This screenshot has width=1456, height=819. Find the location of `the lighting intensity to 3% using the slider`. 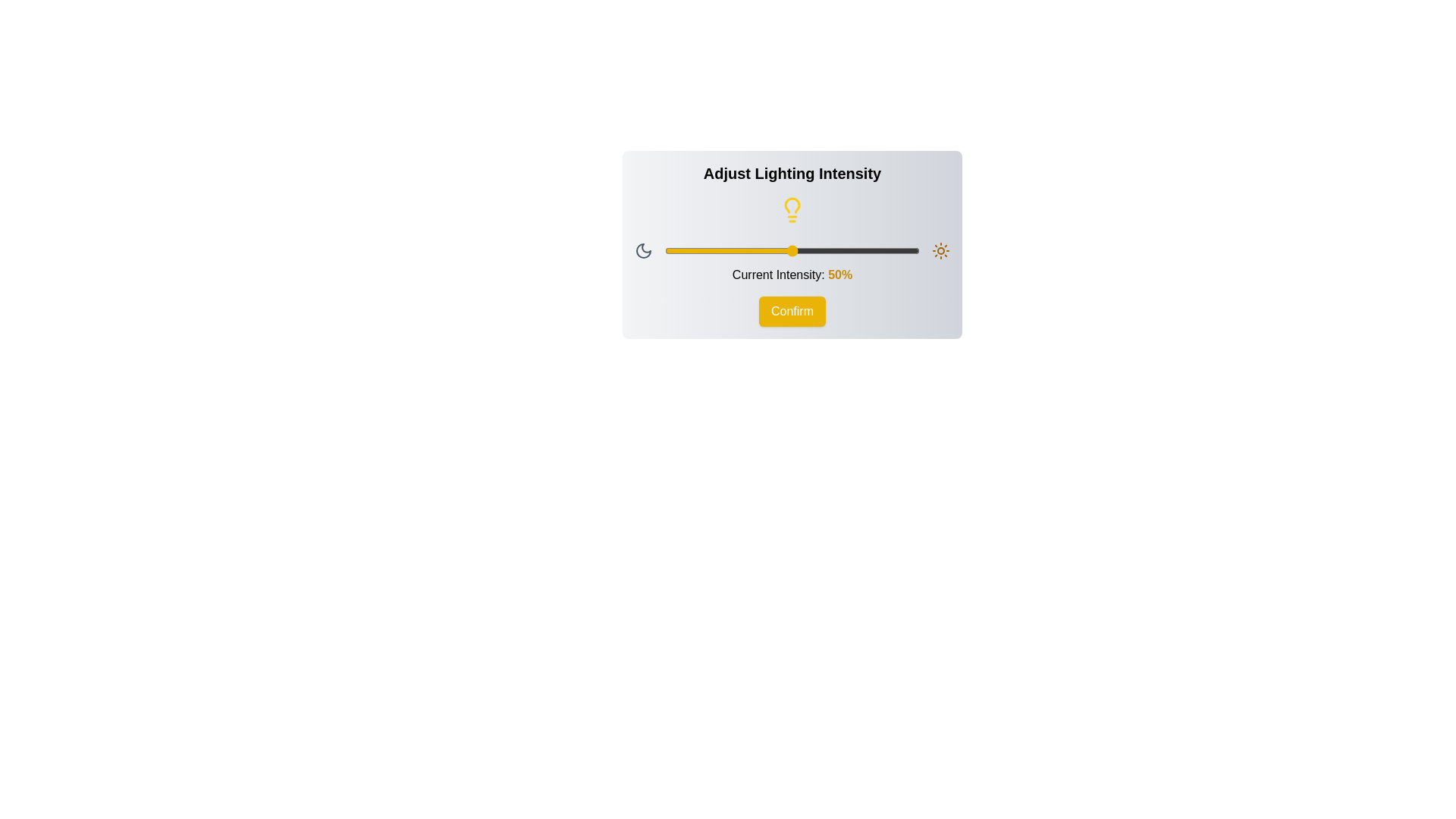

the lighting intensity to 3% using the slider is located at coordinates (672, 250).